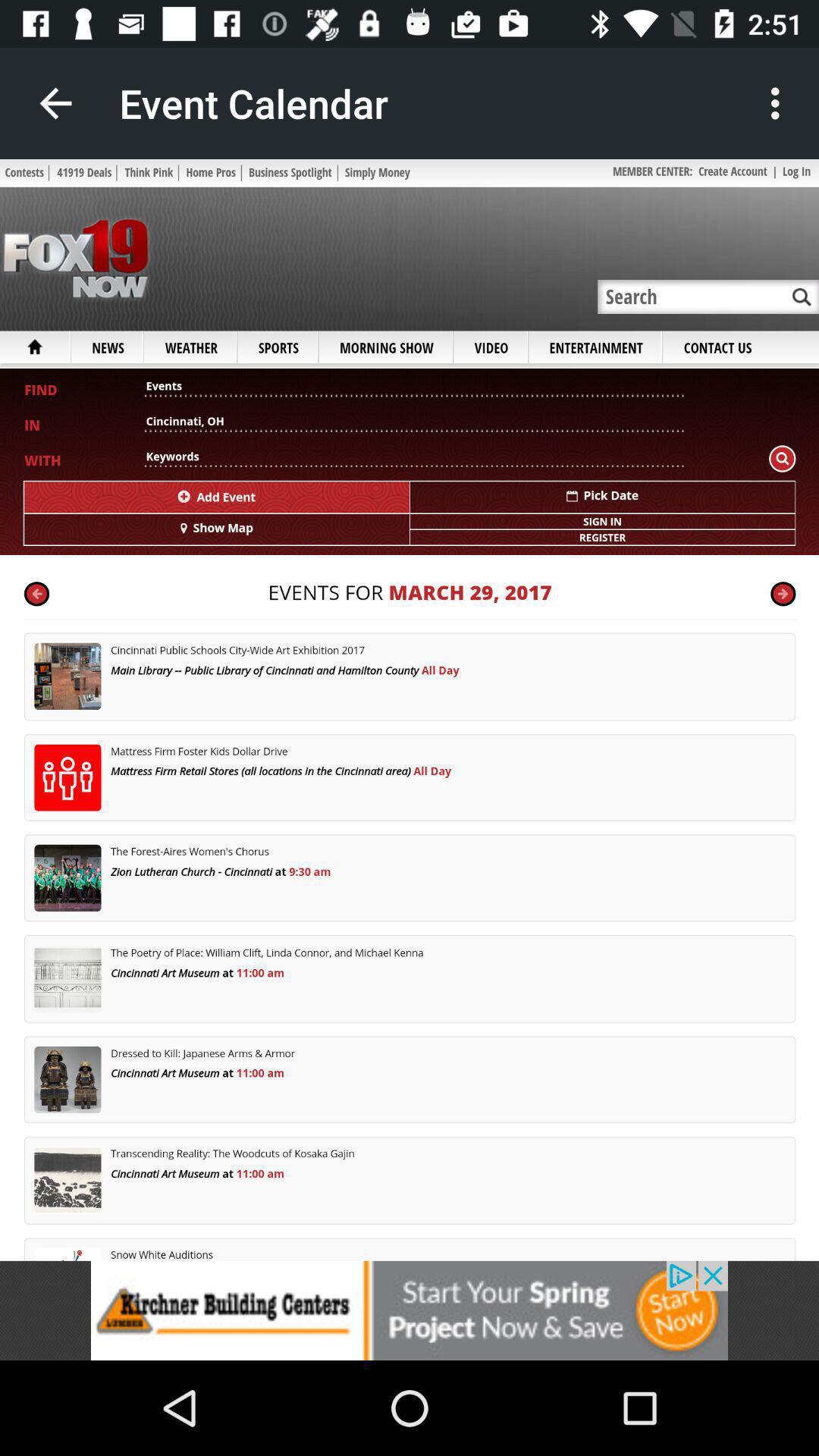 This screenshot has width=819, height=1456. I want to click on home page of image, so click(409, 709).